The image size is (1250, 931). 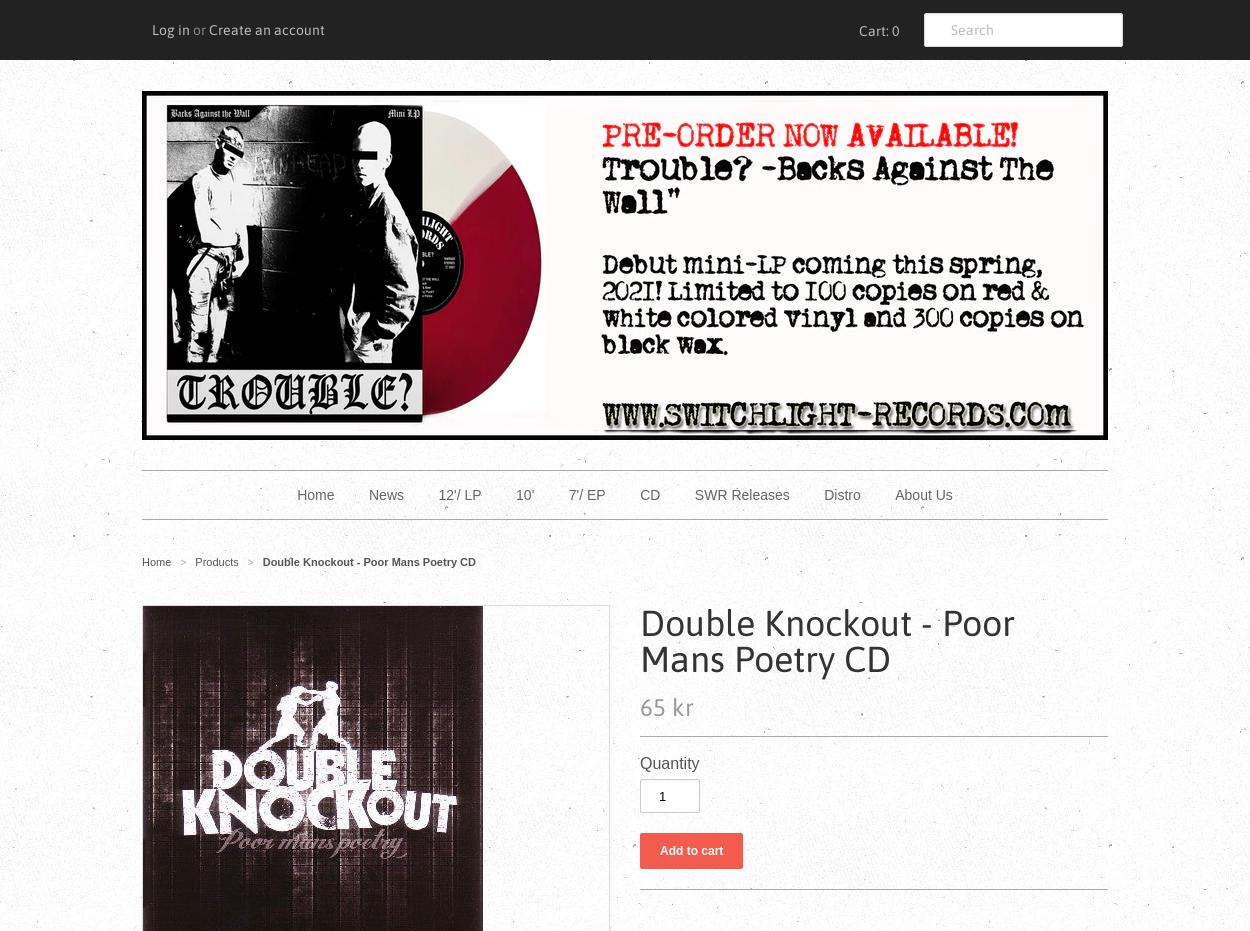 What do you see at coordinates (640, 763) in the screenshot?
I see `'Quantity'` at bounding box center [640, 763].